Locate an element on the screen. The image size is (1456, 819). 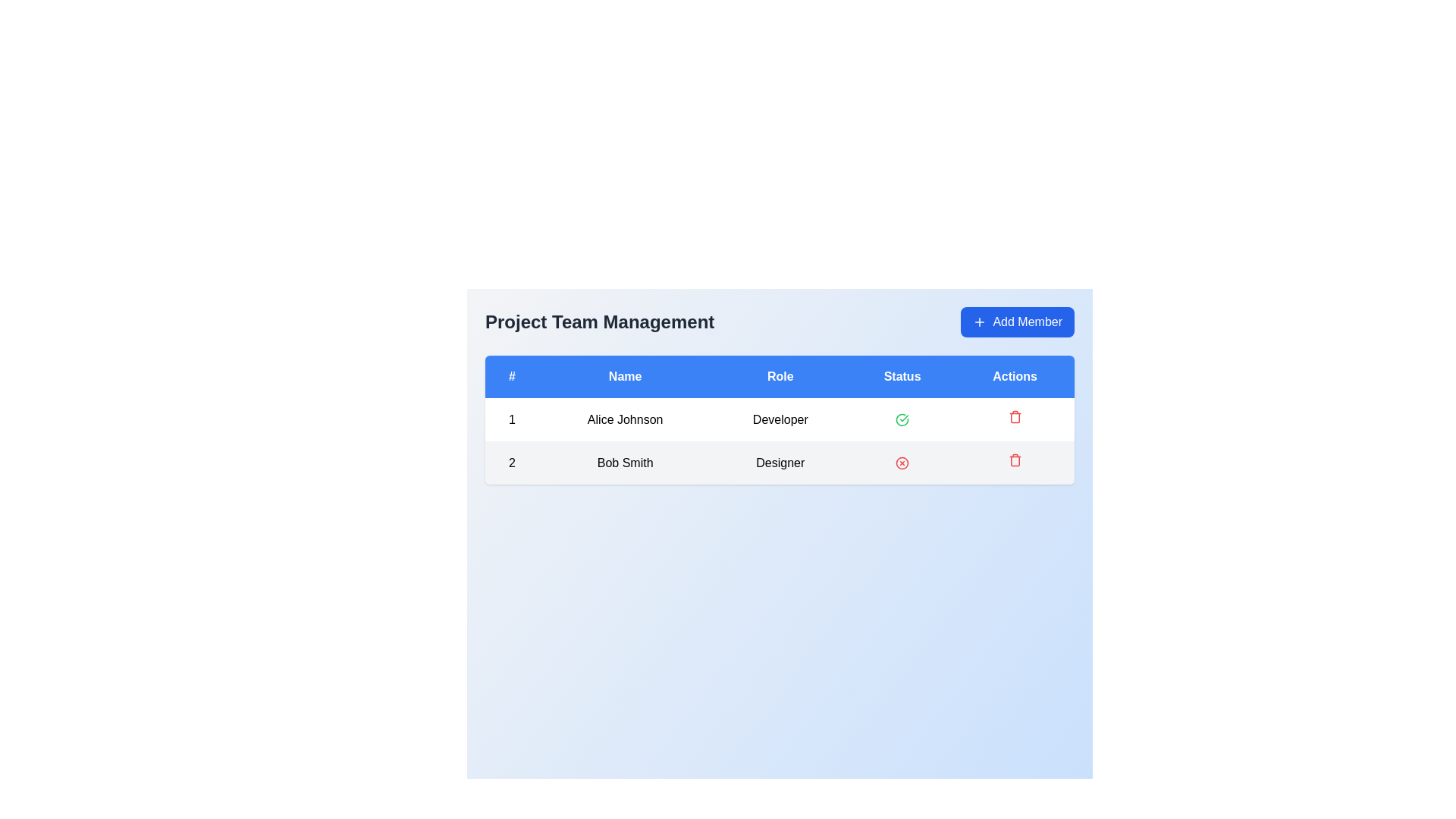
the small red trash can icon button in the 'Actions' column for user 'Alice Johnson' is located at coordinates (1015, 419).